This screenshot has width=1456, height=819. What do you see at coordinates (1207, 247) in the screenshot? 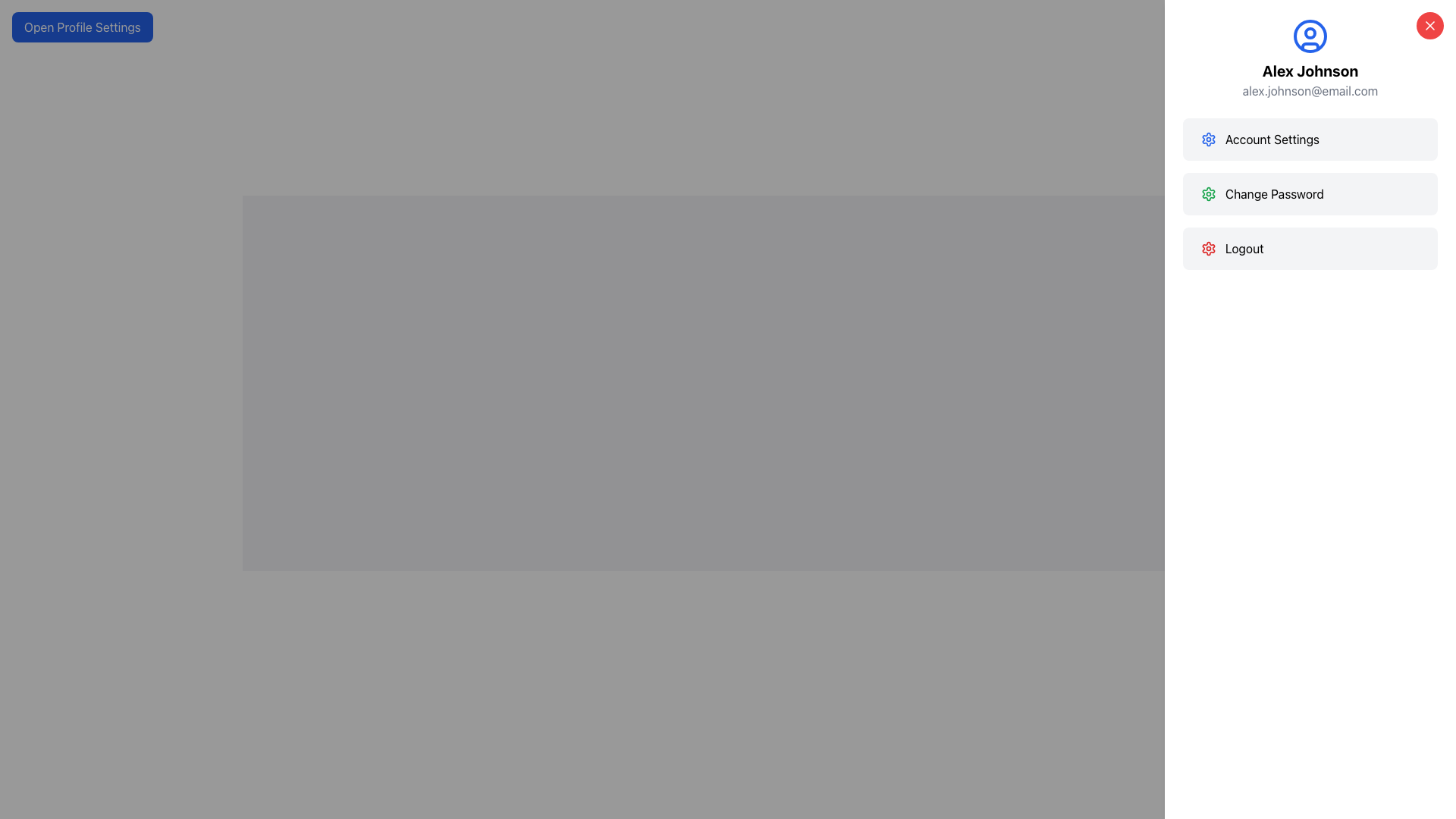
I see `the 'Logout' icon located to the left of the 'Logout' text label in the profile management section` at bounding box center [1207, 247].